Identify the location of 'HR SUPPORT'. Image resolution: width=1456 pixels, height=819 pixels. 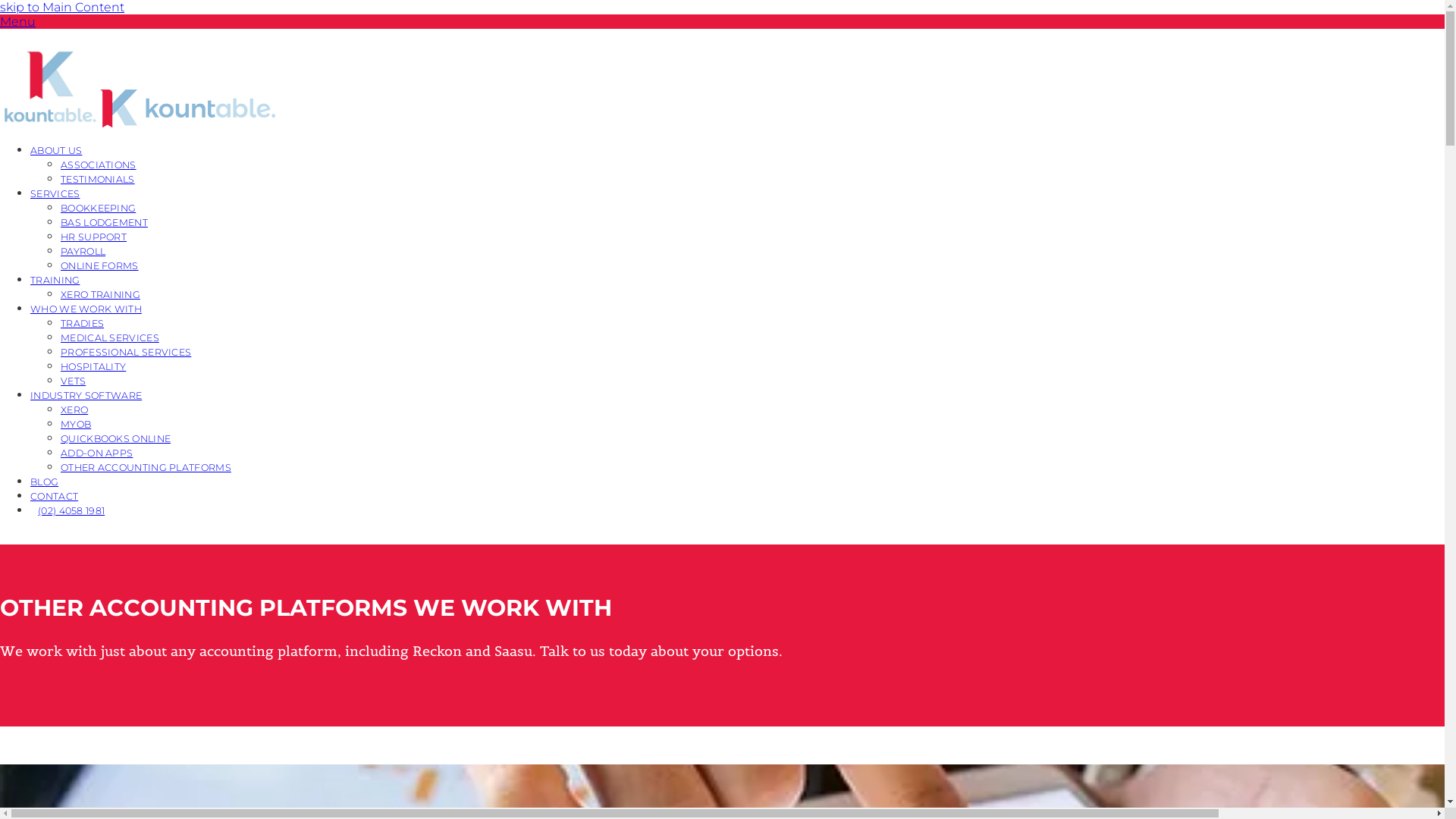
(93, 236).